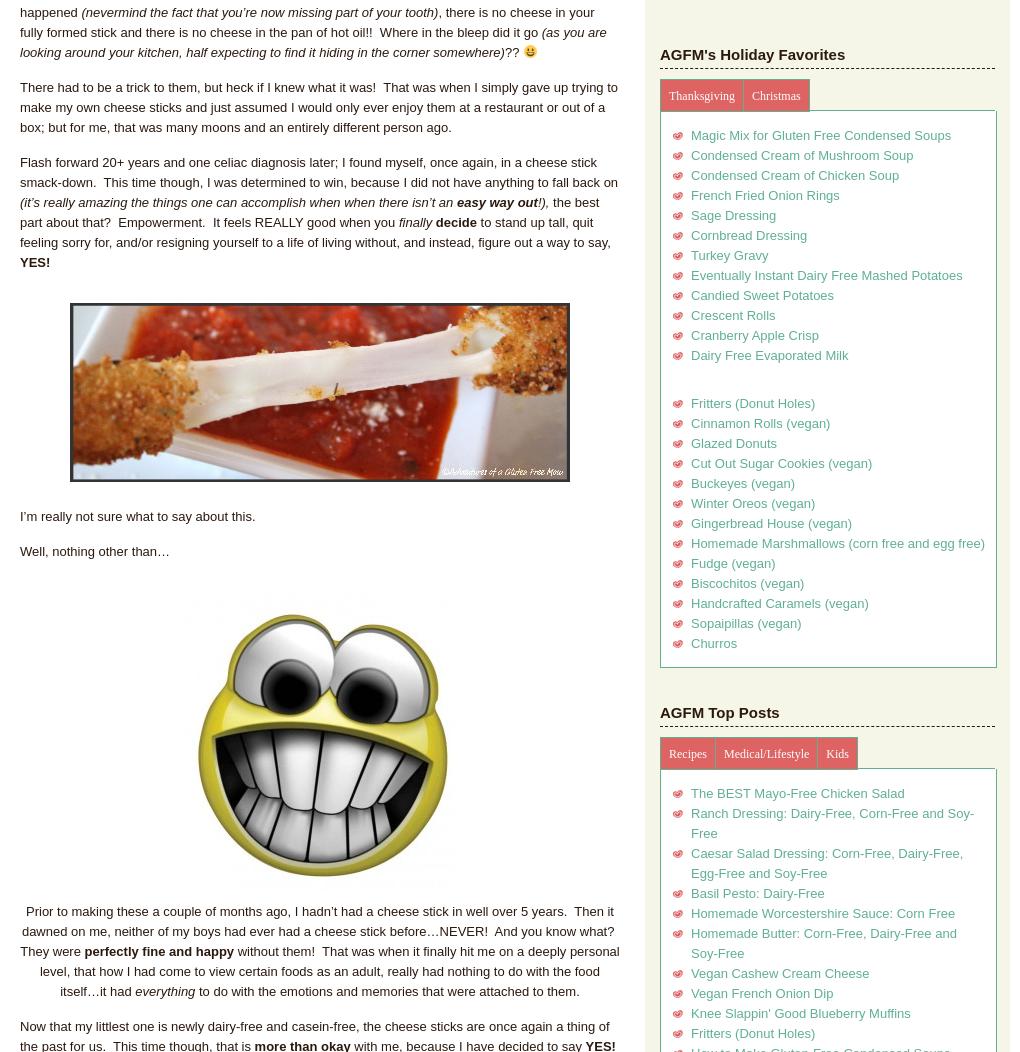  I want to click on '!),', so click(543, 201).